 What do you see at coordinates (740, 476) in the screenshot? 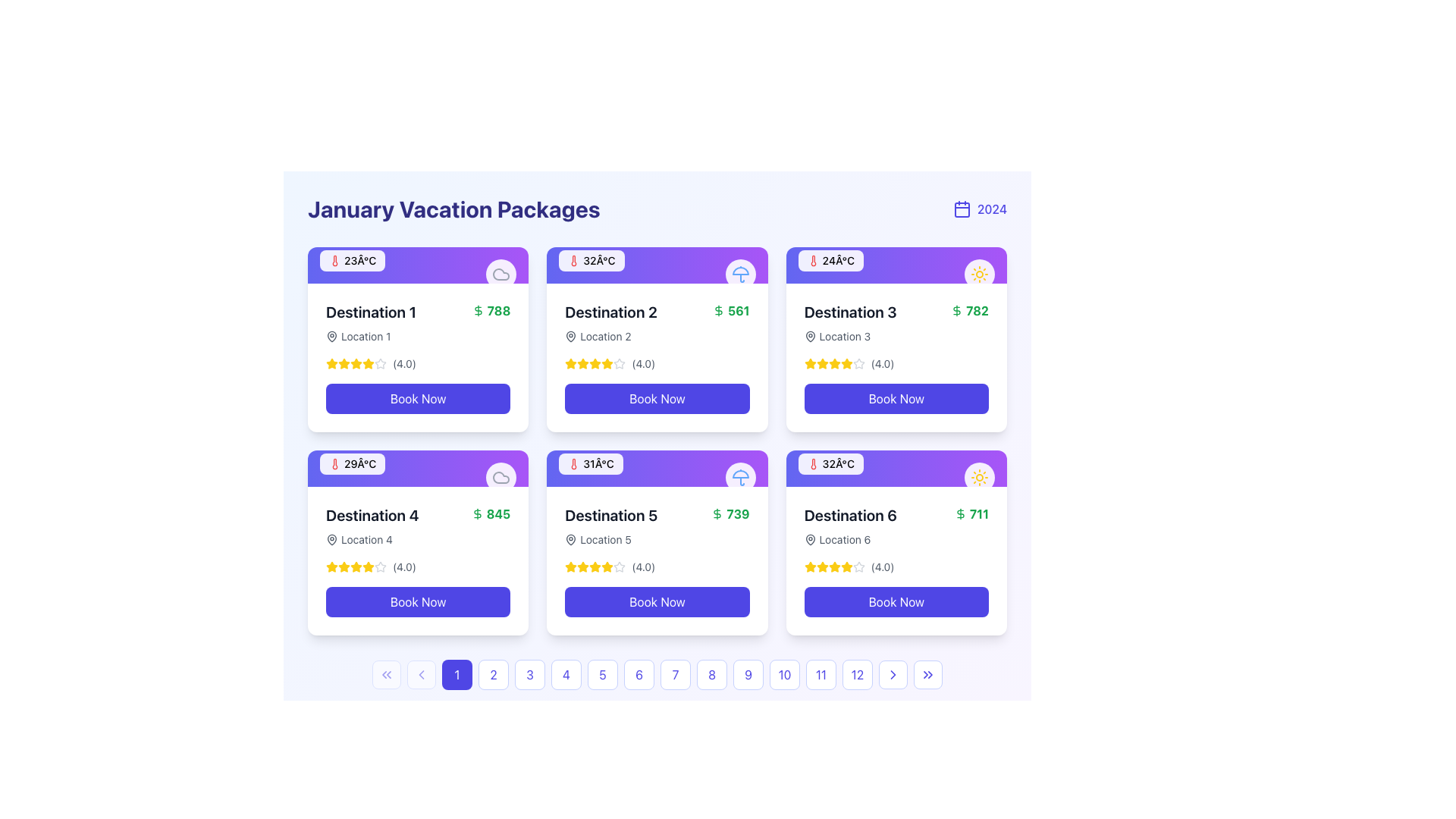
I see `the IconButton located at the top-right corner of the card labeled 'Destination 5', which visually indicates weather conditions for the vacation destination` at bounding box center [740, 476].